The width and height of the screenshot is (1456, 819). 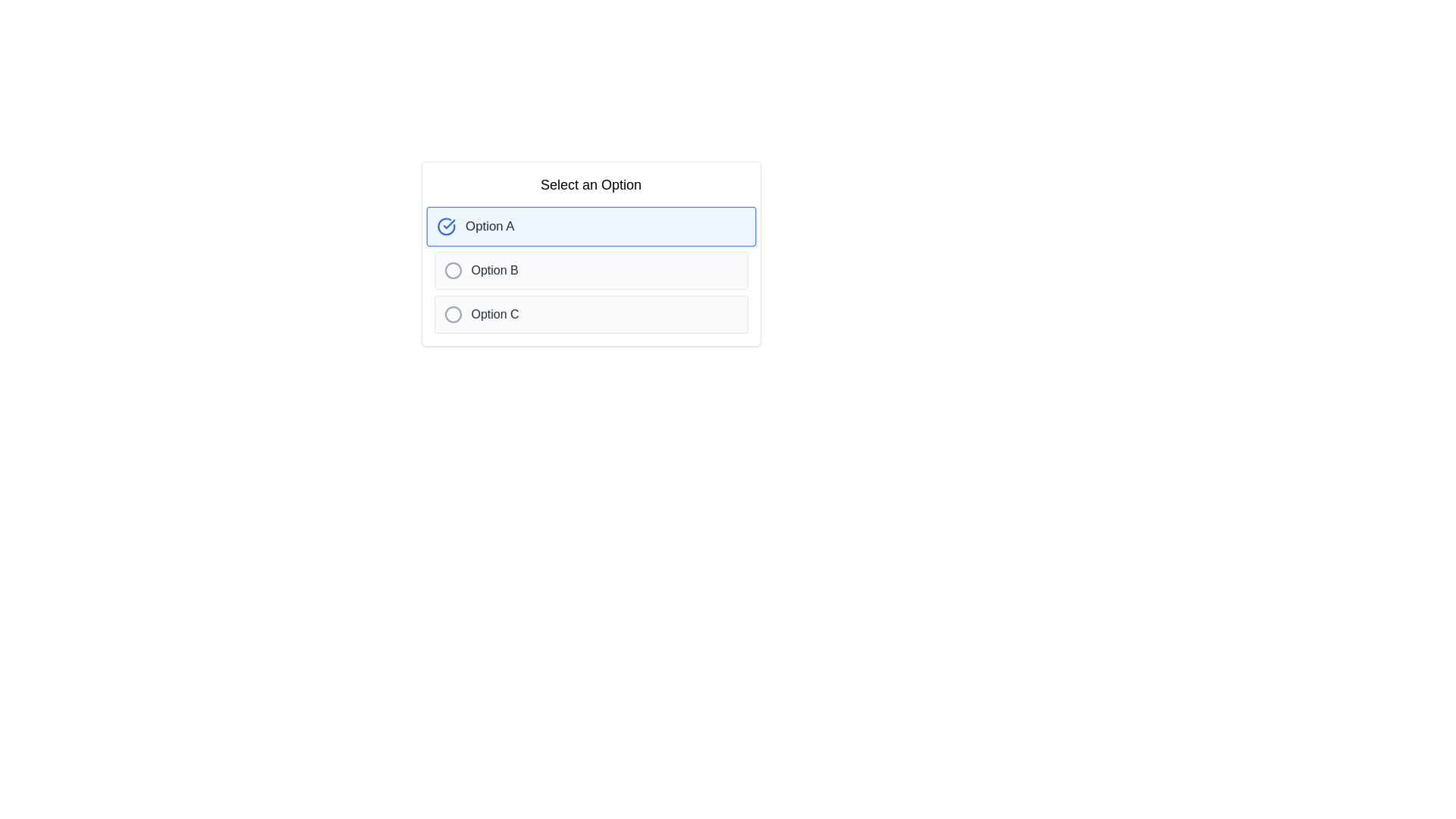 I want to click on text of the label for 'Option B', which is located in the middle row of a vertical list of selectable options, directly below 'Option A' and above 'Option C', so click(x=494, y=270).